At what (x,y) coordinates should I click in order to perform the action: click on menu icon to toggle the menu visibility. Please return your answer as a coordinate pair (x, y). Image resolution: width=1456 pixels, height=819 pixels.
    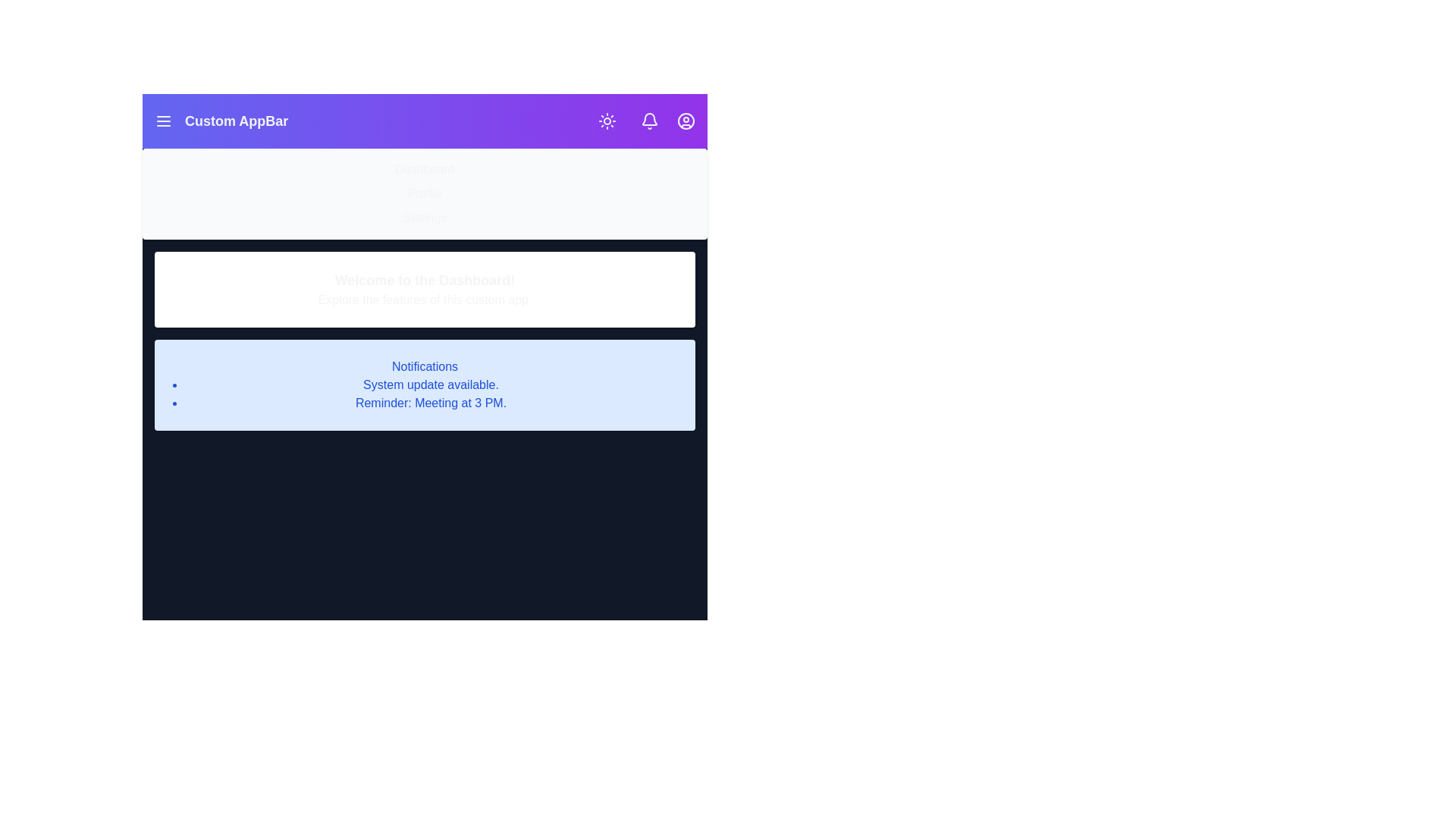
    Looking at the image, I should click on (164, 120).